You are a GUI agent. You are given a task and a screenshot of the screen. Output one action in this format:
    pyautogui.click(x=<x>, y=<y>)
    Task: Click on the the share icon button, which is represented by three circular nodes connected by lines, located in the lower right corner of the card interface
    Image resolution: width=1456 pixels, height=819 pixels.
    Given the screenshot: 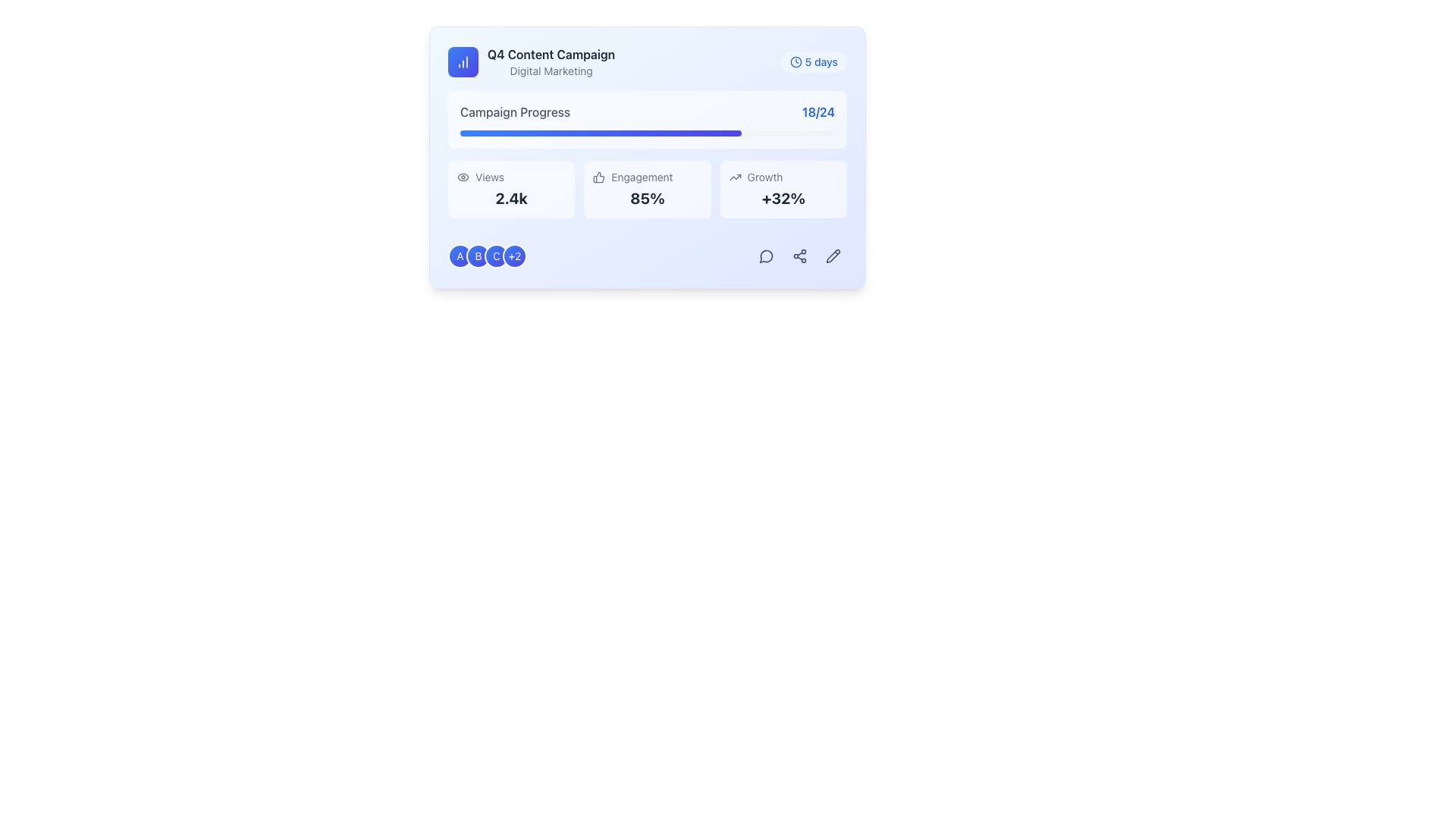 What is the action you would take?
    pyautogui.click(x=799, y=256)
    